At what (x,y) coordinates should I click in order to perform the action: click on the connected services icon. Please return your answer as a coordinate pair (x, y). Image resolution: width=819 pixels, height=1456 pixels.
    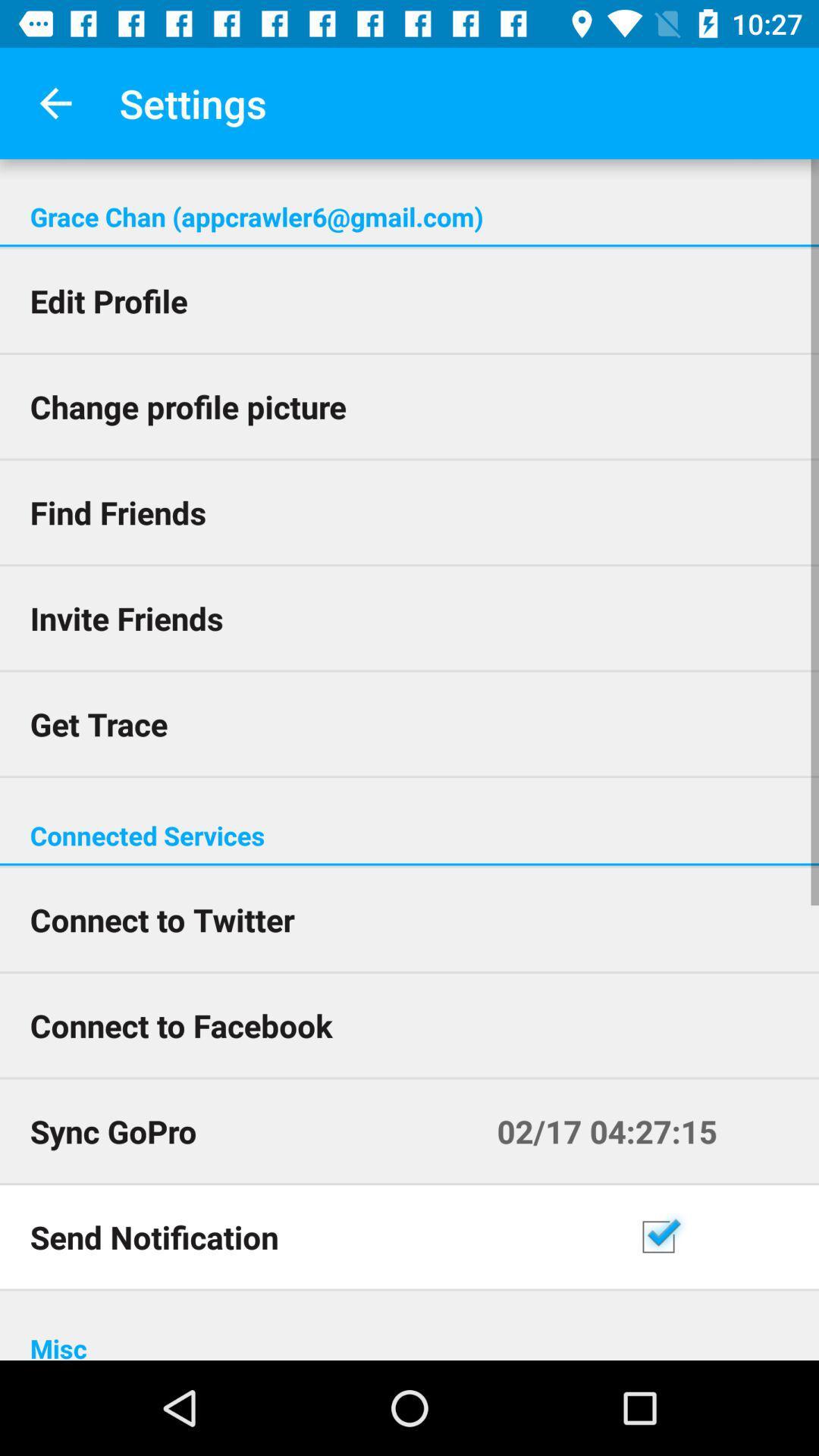
    Looking at the image, I should click on (409, 834).